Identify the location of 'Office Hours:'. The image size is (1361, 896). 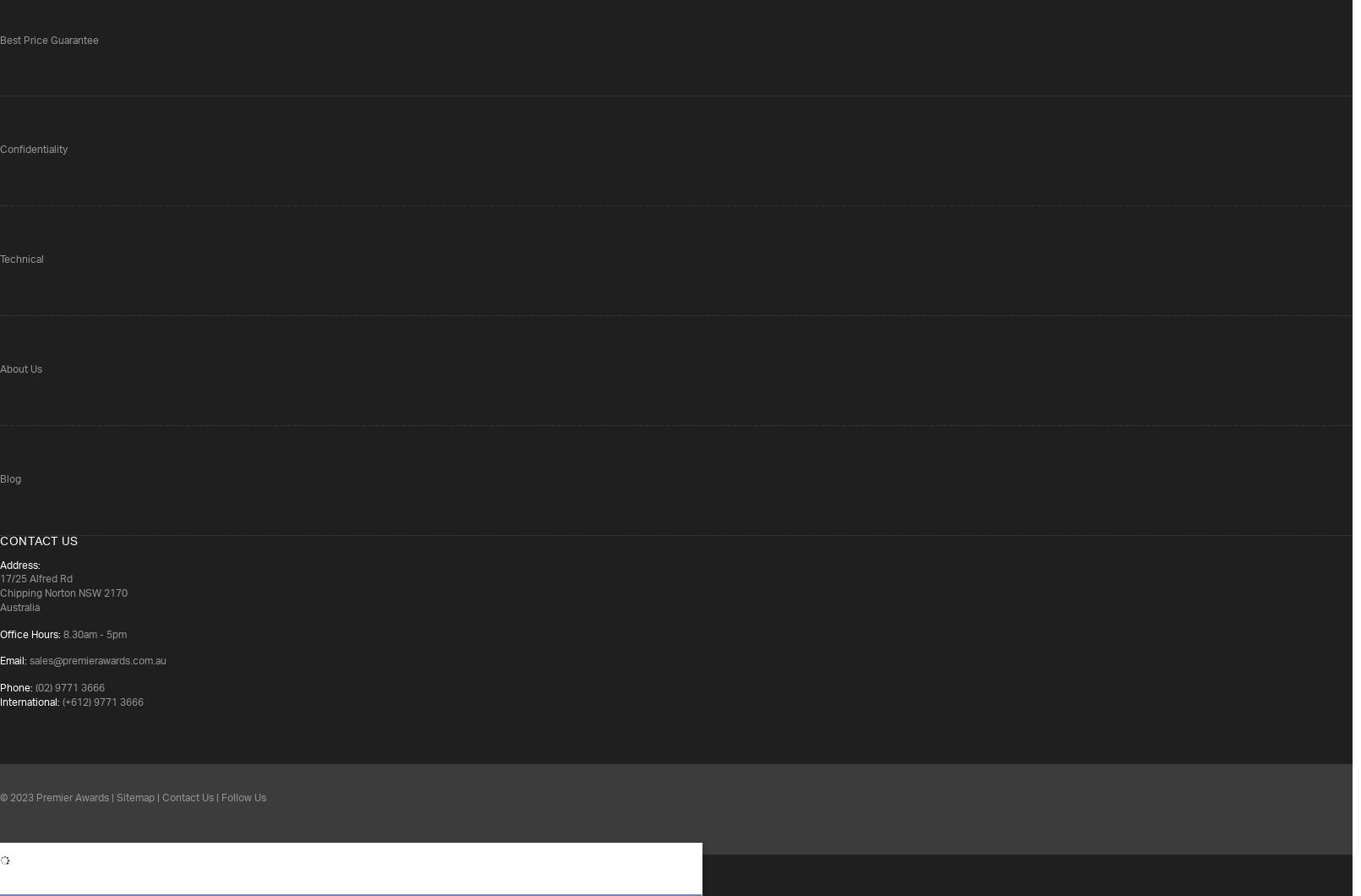
(30, 633).